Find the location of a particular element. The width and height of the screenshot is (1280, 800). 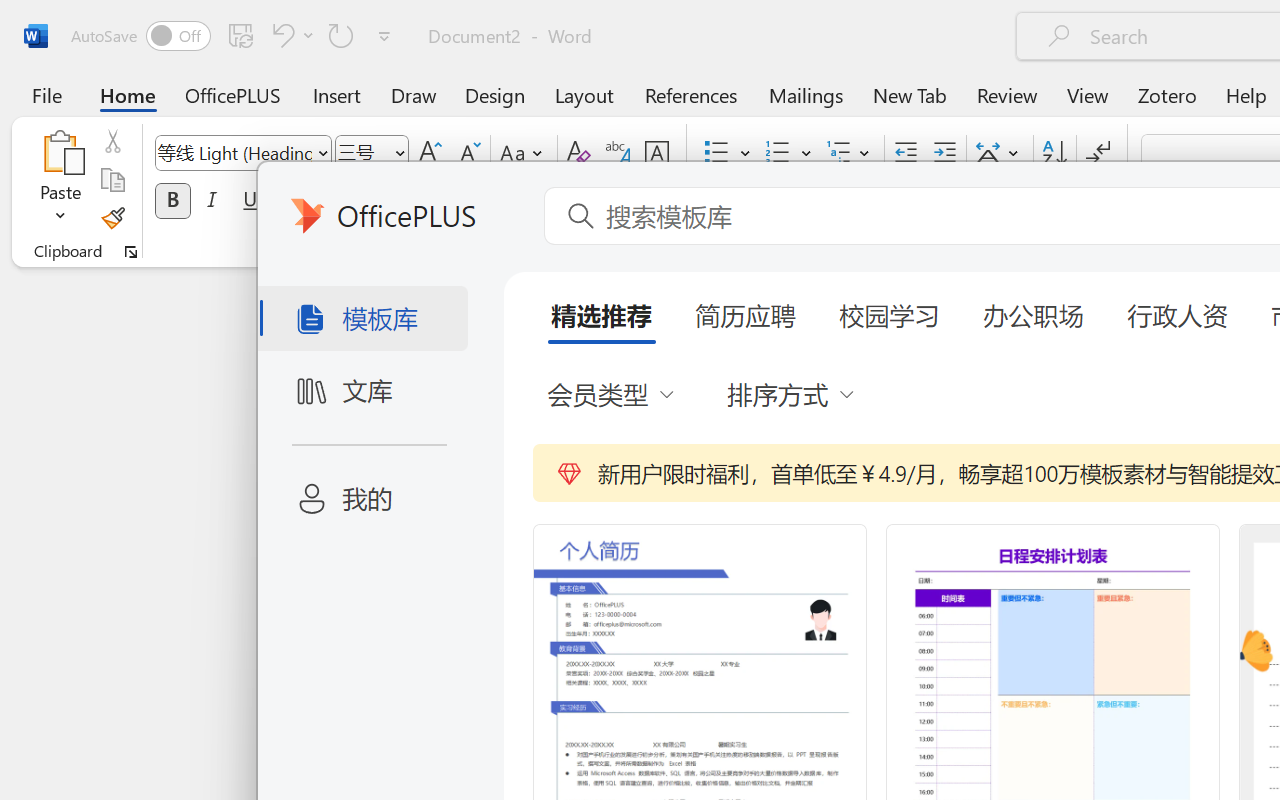

'Customize Quick Access Toolbar' is located at coordinates (384, 35).